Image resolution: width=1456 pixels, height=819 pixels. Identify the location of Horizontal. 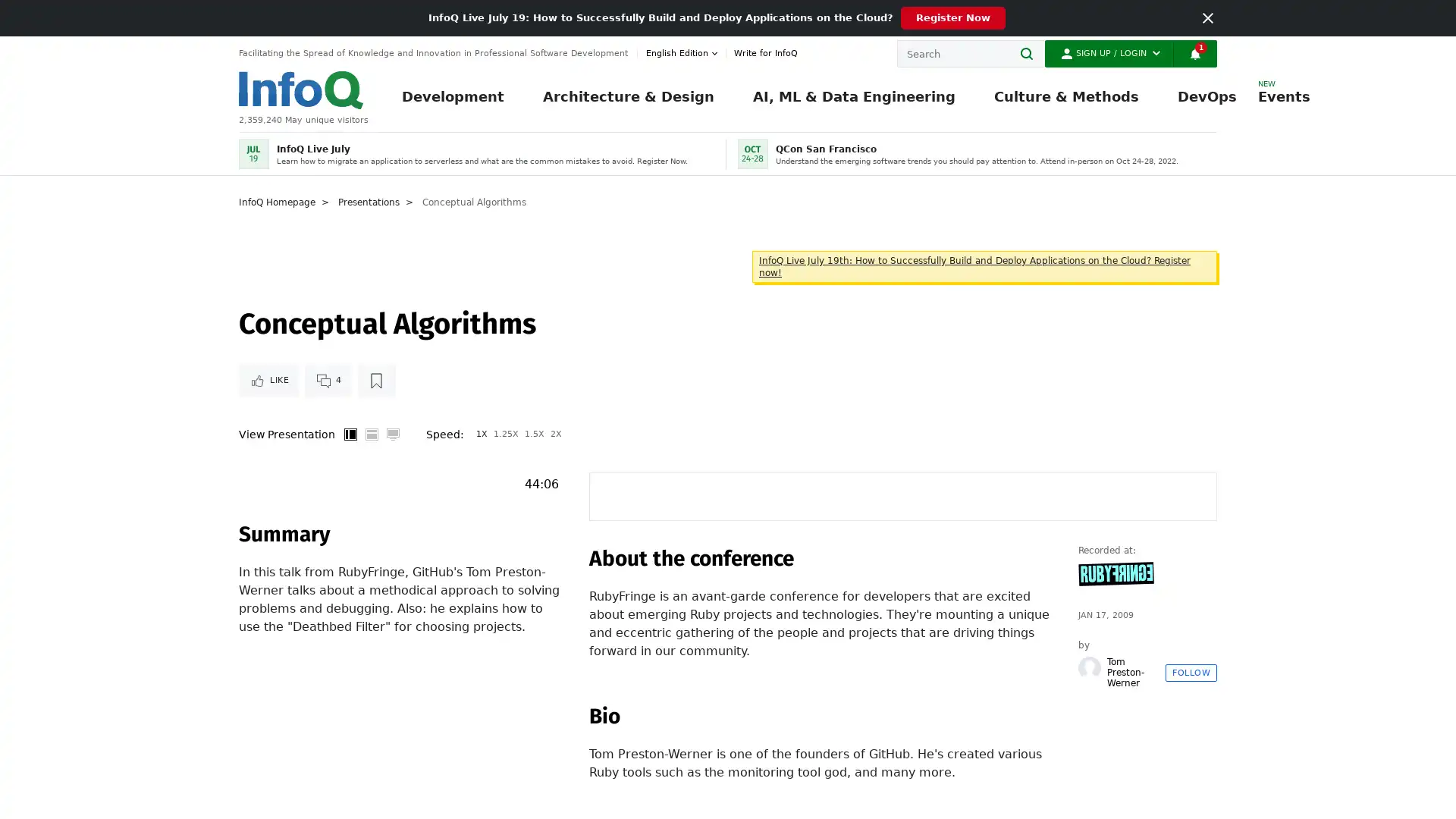
(371, 435).